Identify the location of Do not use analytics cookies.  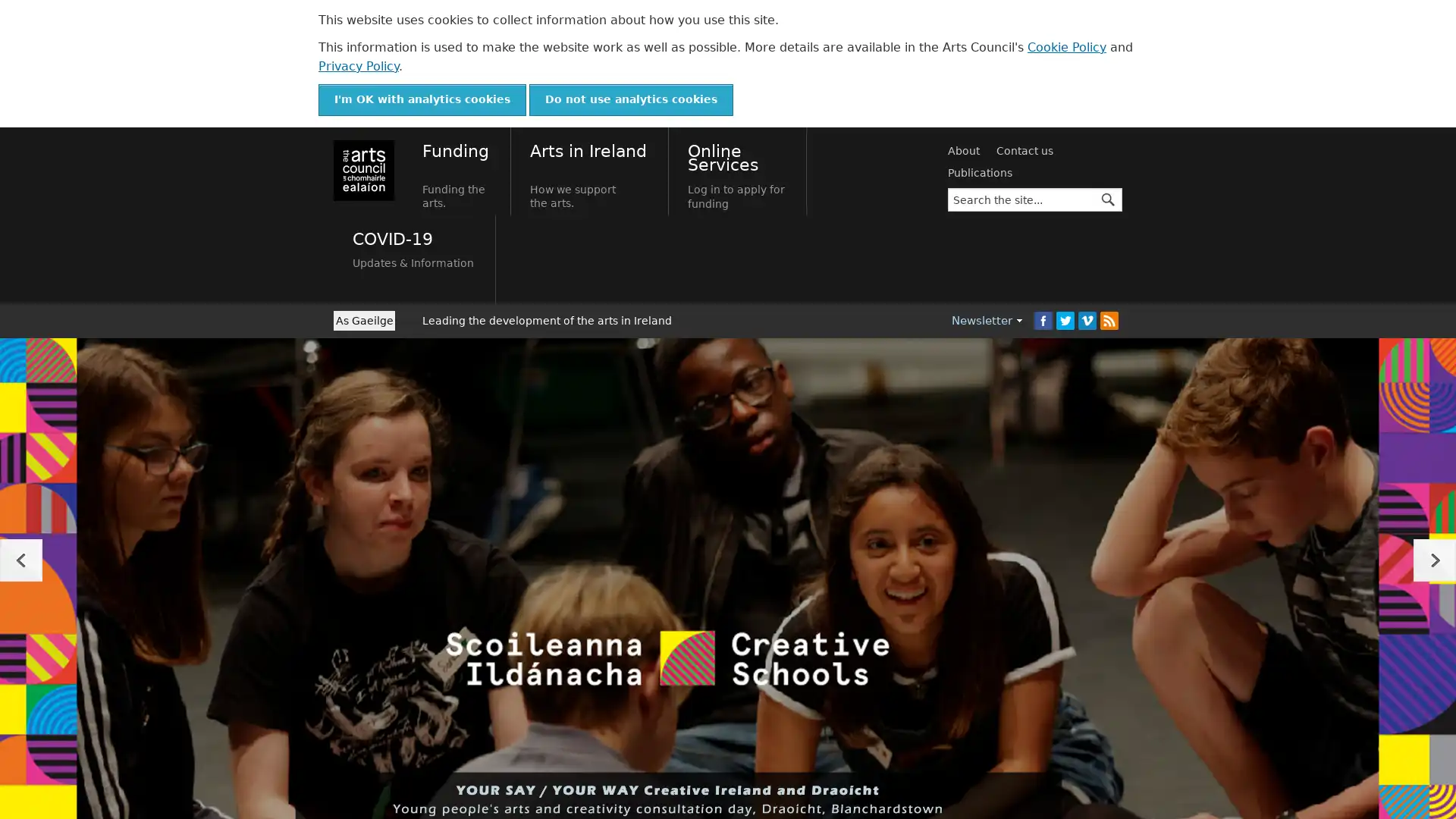
(631, 99).